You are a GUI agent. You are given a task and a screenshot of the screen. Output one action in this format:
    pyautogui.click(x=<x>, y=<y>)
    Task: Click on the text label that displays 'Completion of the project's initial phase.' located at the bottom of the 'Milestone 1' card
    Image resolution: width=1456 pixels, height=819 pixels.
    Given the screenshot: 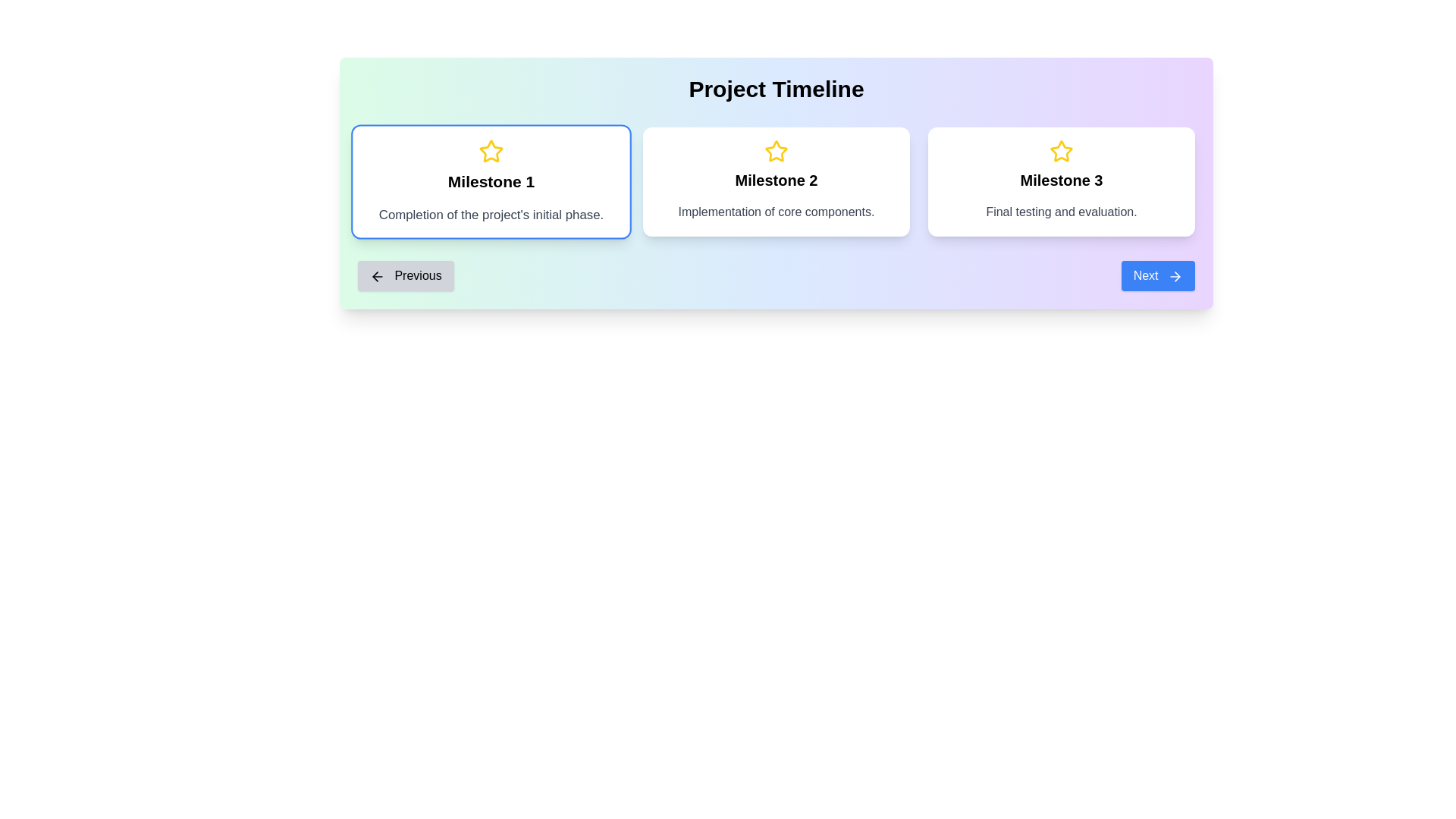 What is the action you would take?
    pyautogui.click(x=491, y=215)
    